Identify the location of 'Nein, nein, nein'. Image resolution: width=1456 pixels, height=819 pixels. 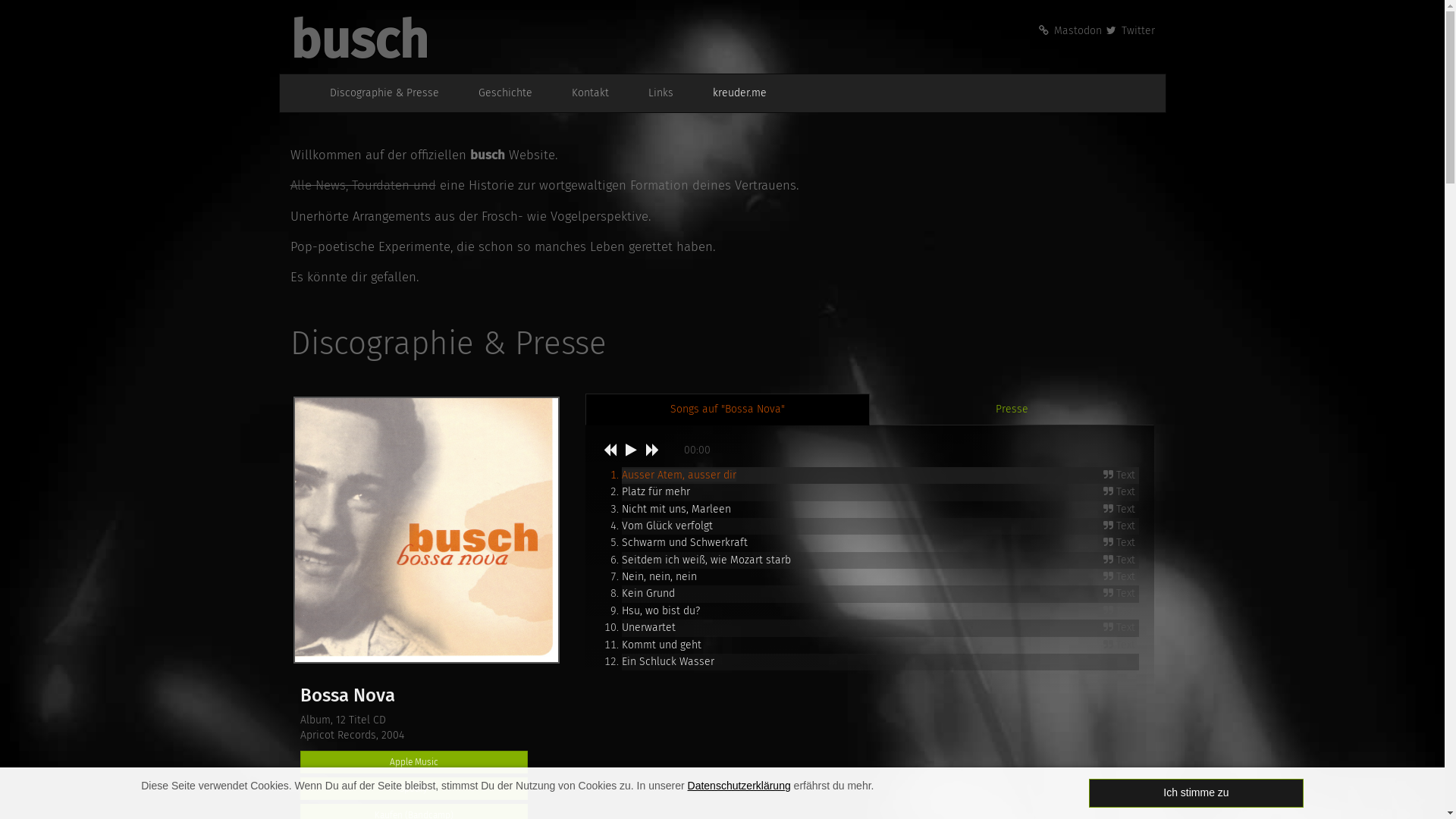
(622, 576).